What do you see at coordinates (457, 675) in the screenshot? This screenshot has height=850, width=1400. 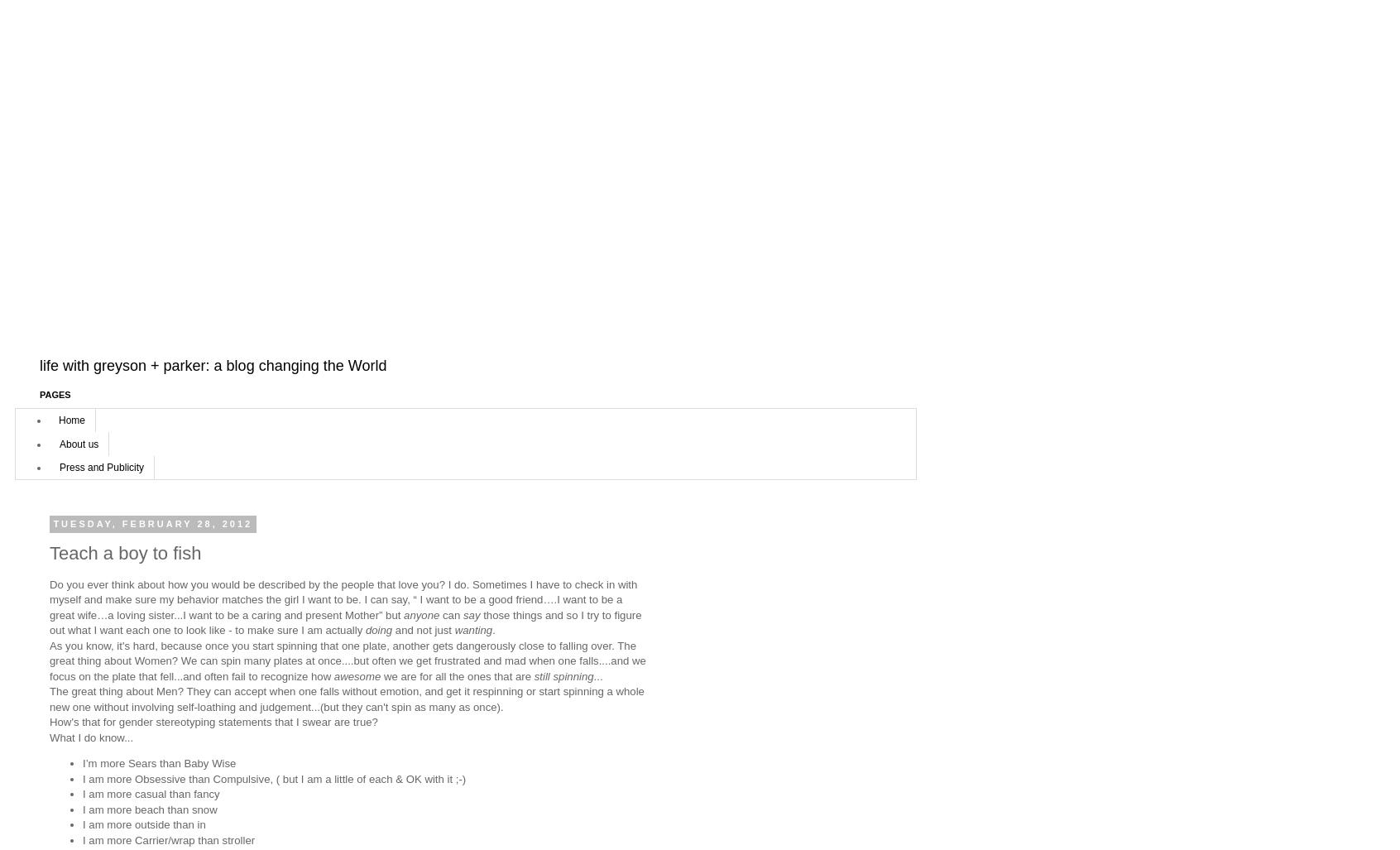 I see `'we are for all the ones that are'` at bounding box center [457, 675].